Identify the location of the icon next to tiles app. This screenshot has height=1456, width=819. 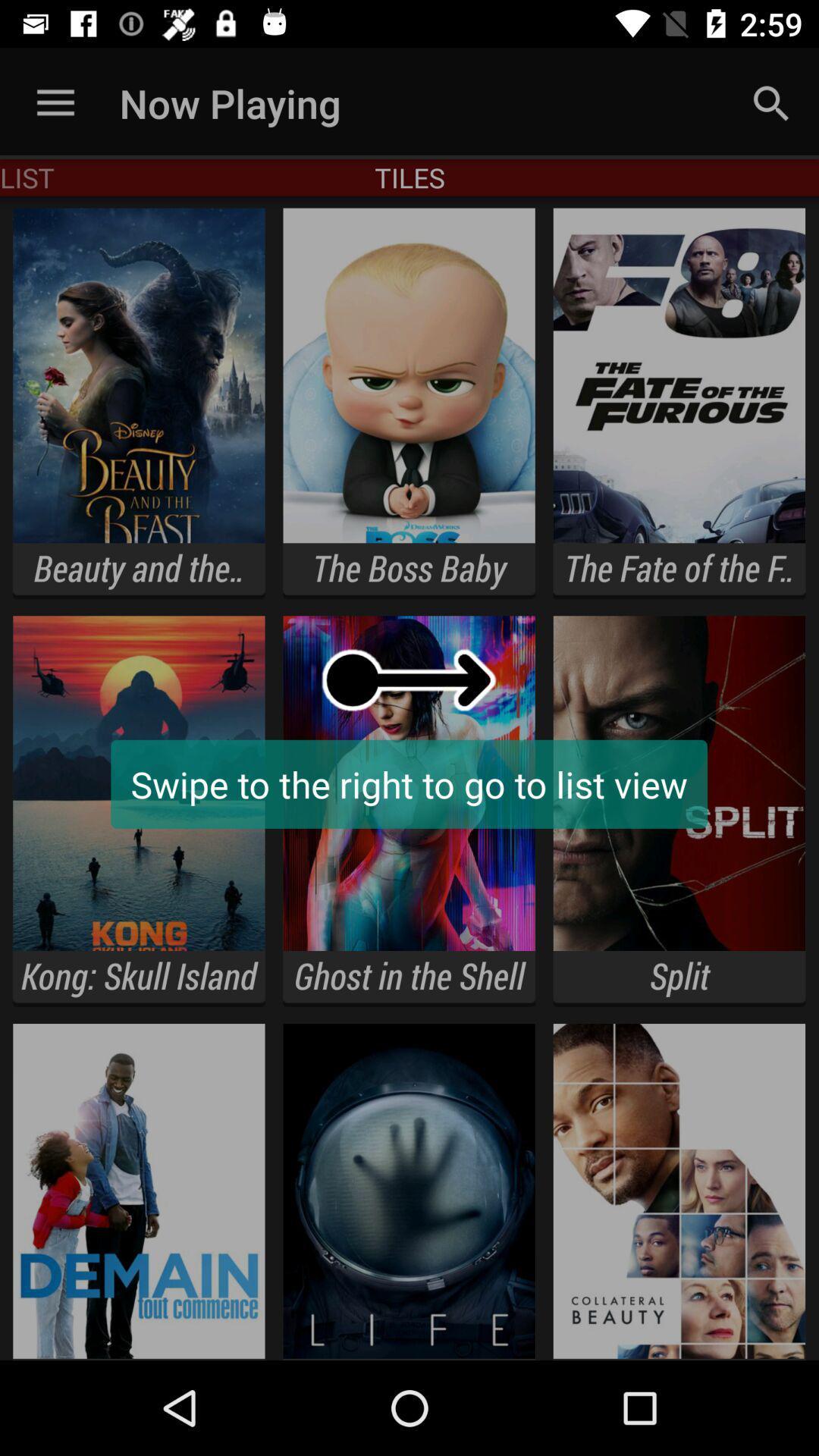
(771, 102).